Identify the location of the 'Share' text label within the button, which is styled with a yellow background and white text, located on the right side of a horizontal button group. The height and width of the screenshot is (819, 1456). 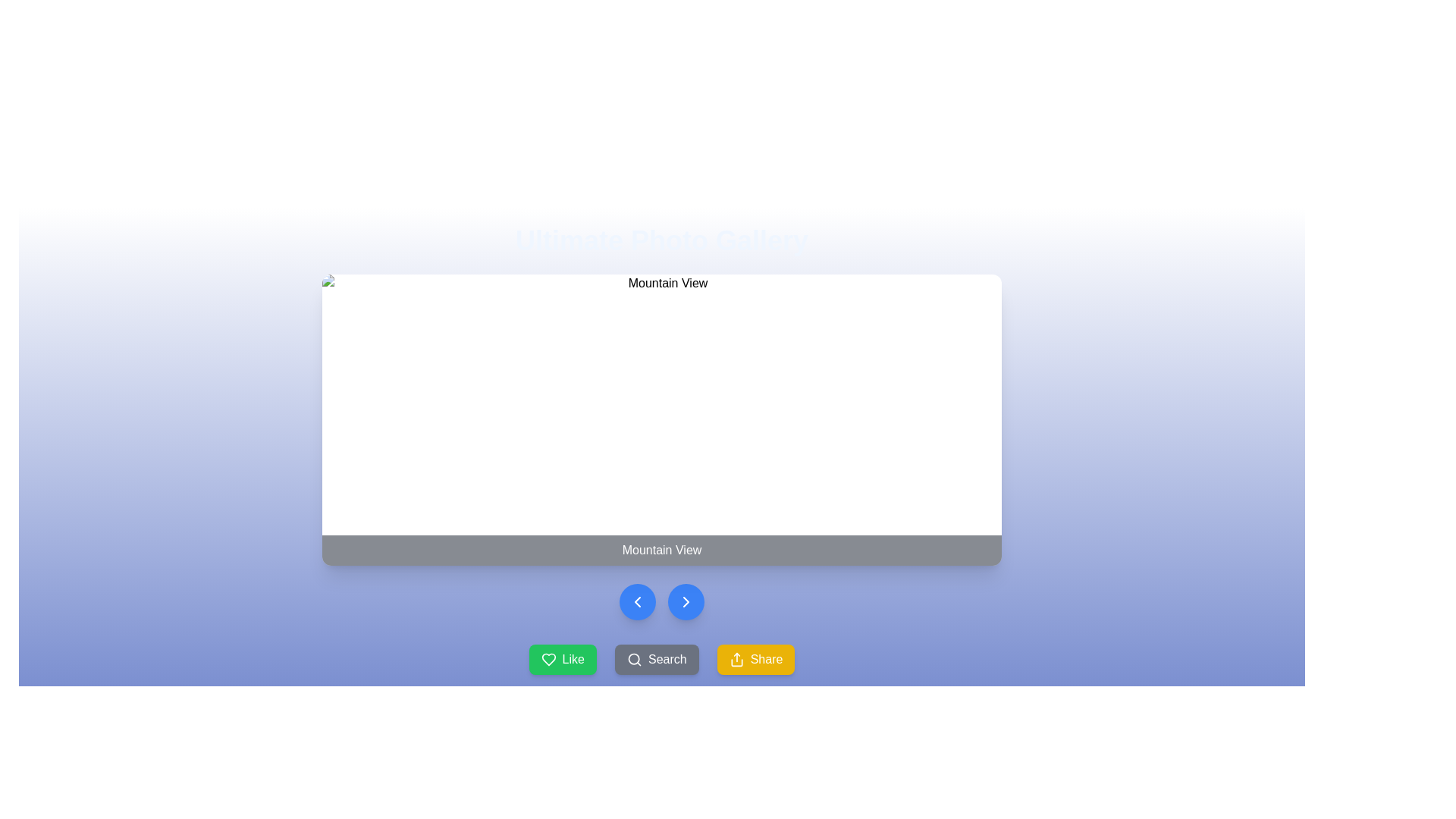
(767, 659).